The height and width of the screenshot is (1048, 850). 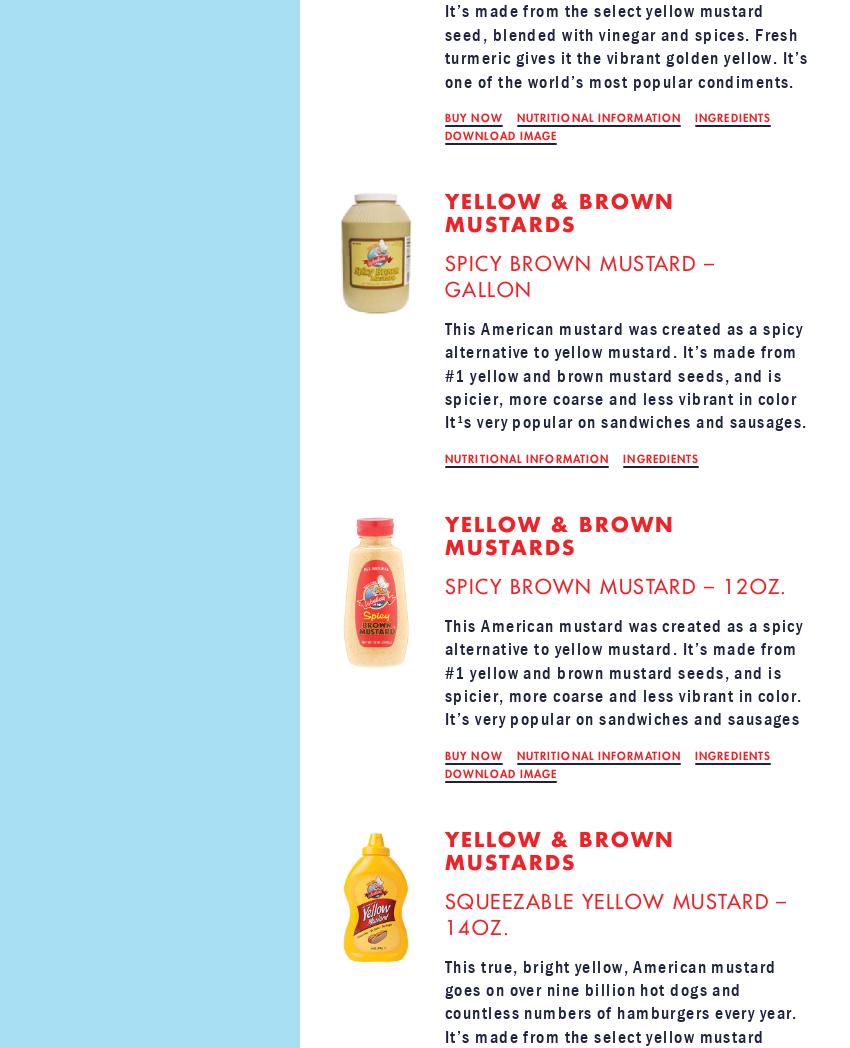 I want to click on 'This American mustard was created as a spicy alternative to yellow mustard. It’s made from #1 yellow and brown mustard seeds, and is spicier, more coarse and less vibrant in color It¹s very popular on sandwiches and sausages.', so click(x=625, y=374).